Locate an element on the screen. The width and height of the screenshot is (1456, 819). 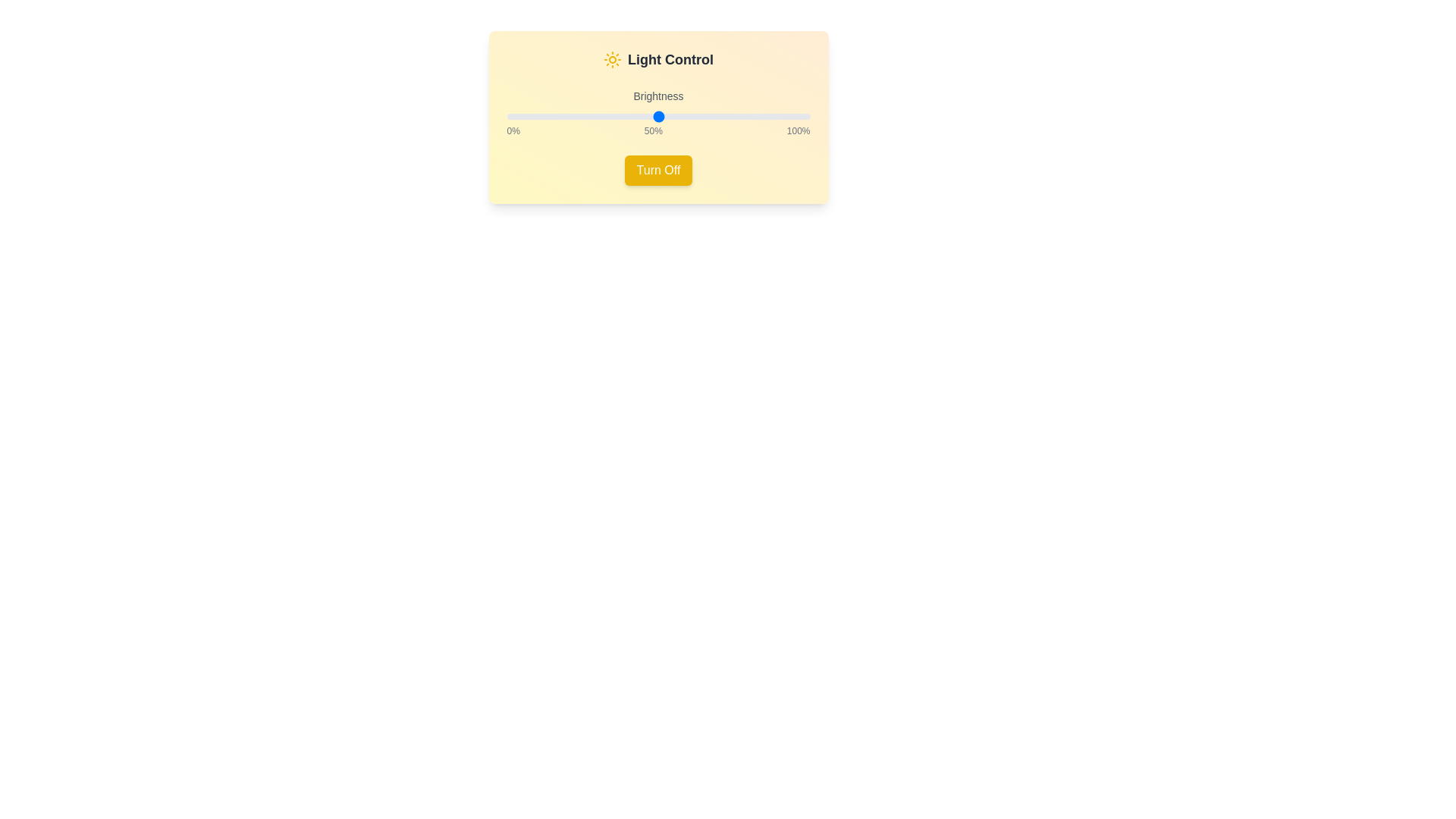
the brightness level is located at coordinates (734, 116).